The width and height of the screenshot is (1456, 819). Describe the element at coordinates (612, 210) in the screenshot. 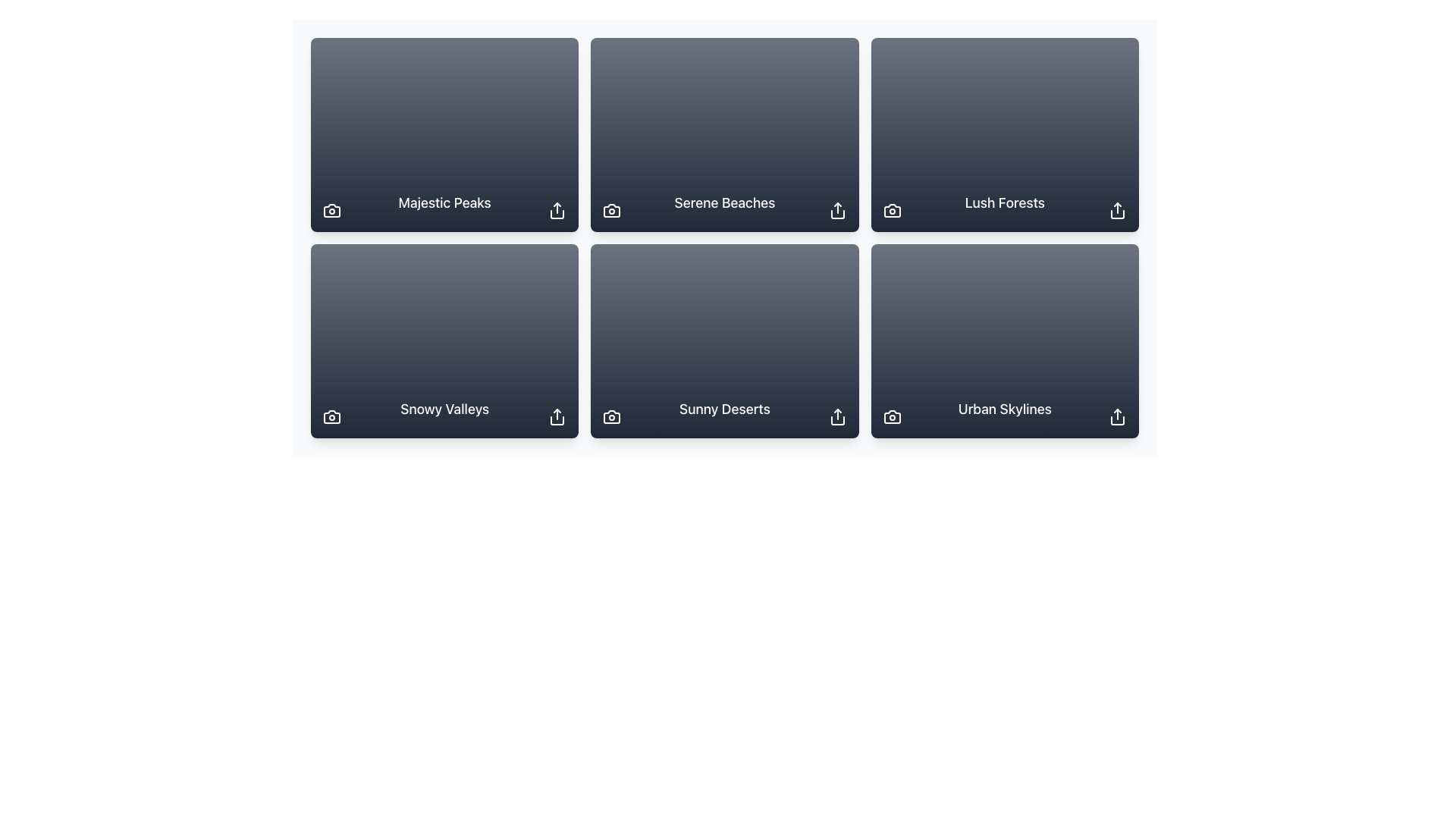

I see `the camera body part of the SVG camera icon, which is white and located in the lower left corner of the 'Serene Beaches' card in the grid layout` at that location.